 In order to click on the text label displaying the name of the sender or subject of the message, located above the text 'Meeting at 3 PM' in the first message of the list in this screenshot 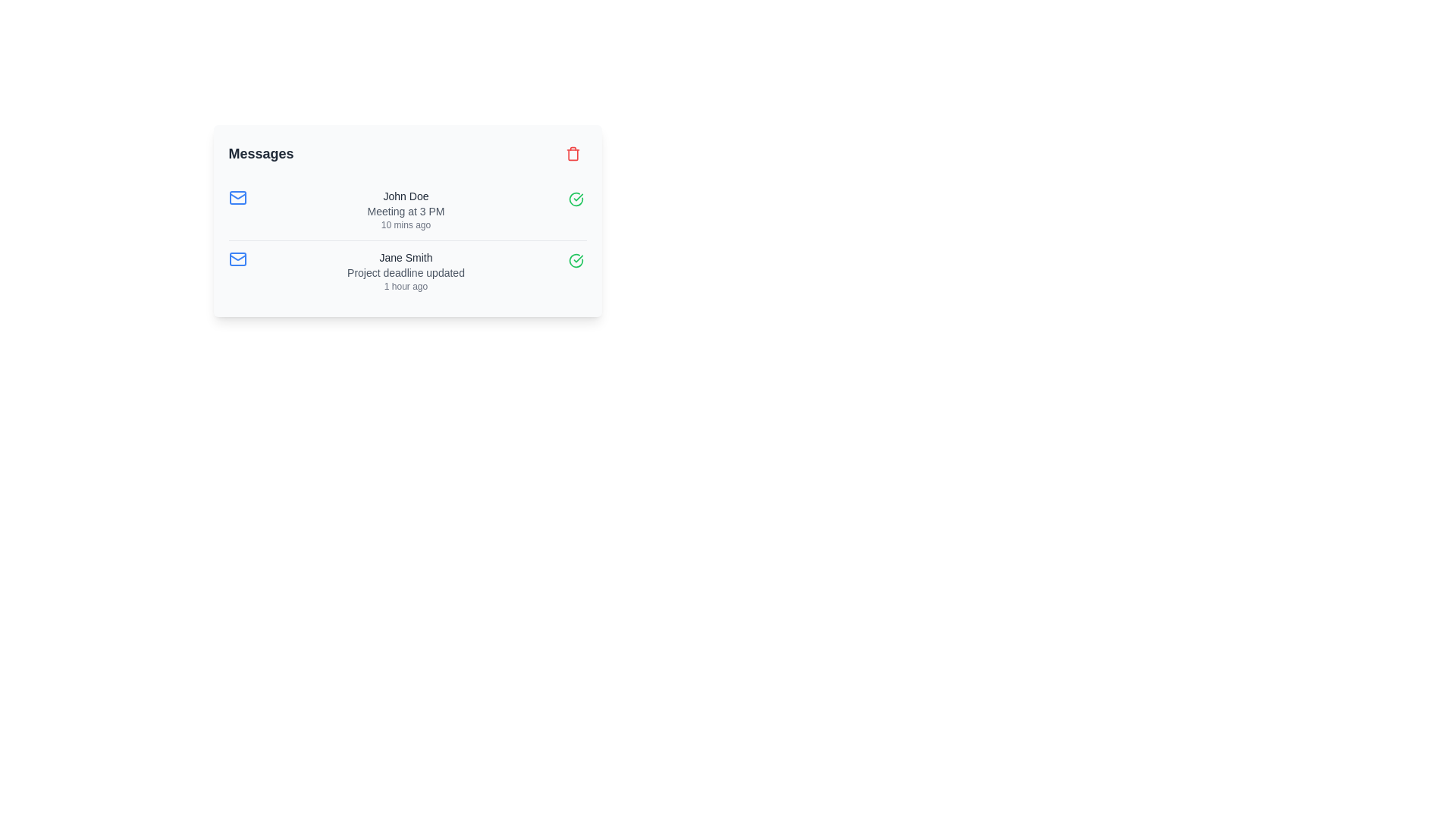, I will do `click(406, 195)`.